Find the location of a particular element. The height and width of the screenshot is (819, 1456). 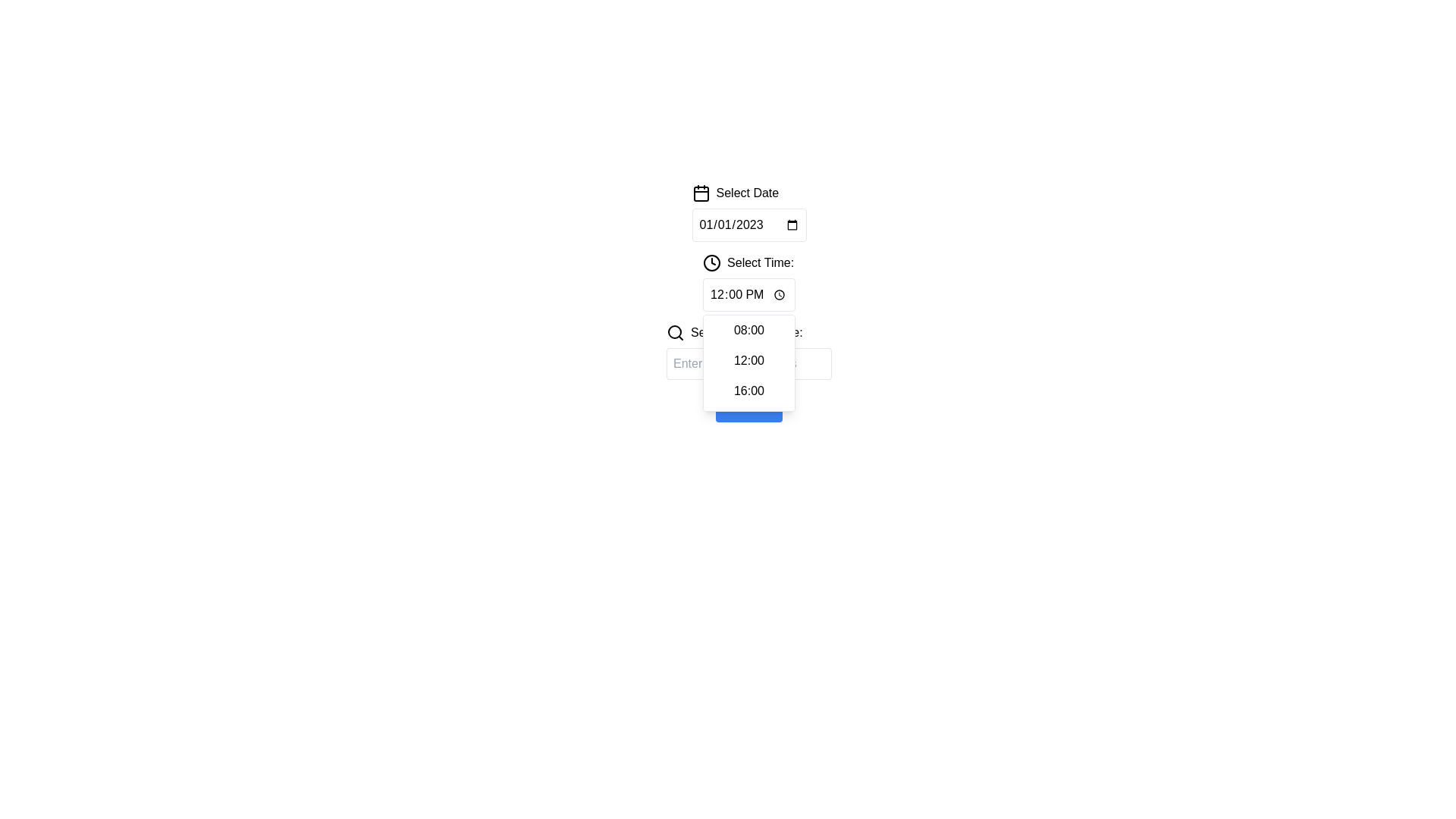

the selectable option item displaying '16:00' in the dropdown menu is located at coordinates (749, 391).